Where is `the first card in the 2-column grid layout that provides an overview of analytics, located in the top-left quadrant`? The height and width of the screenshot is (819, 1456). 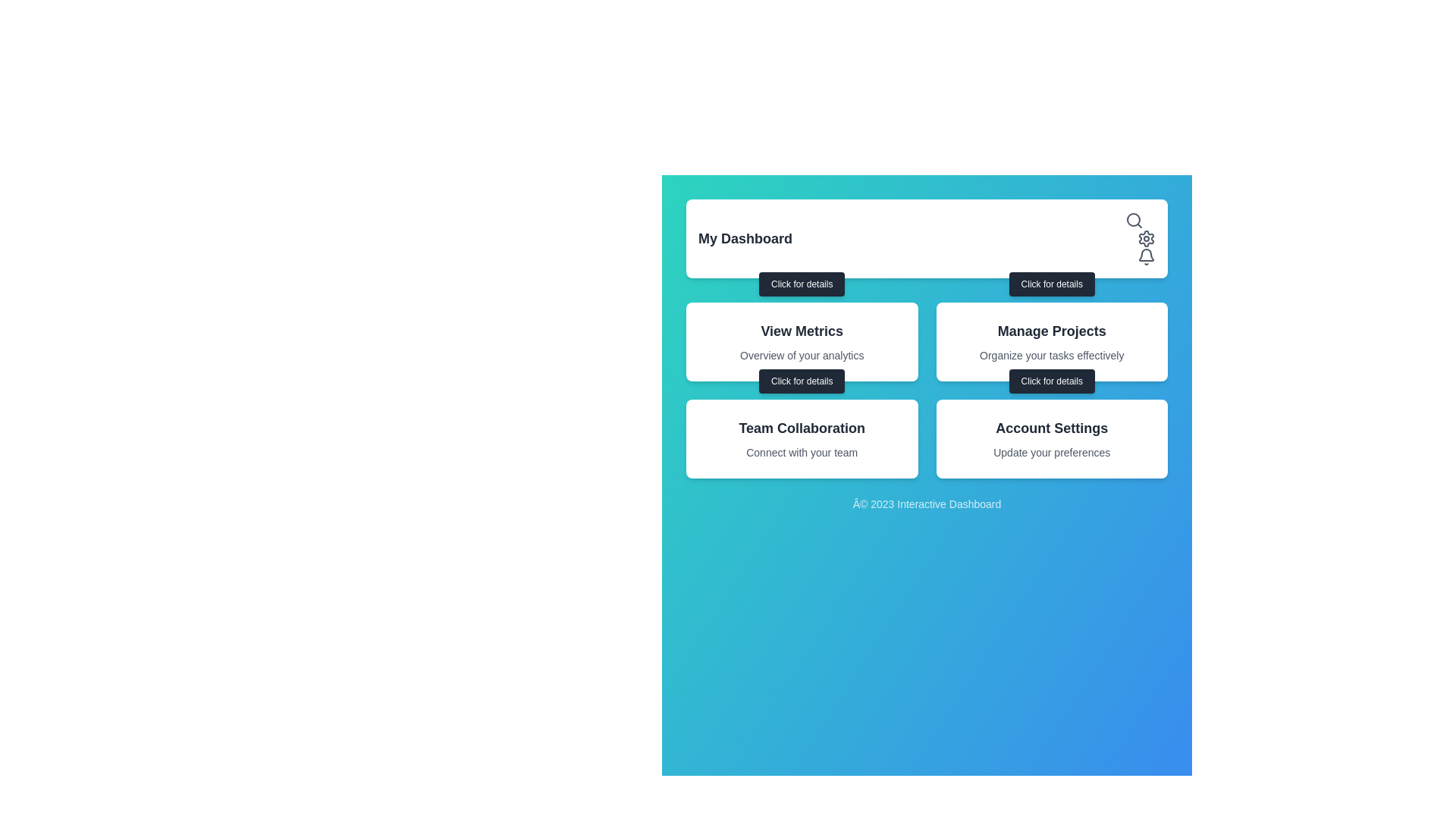 the first card in the 2-column grid layout that provides an overview of analytics, located in the top-left quadrant is located at coordinates (801, 342).